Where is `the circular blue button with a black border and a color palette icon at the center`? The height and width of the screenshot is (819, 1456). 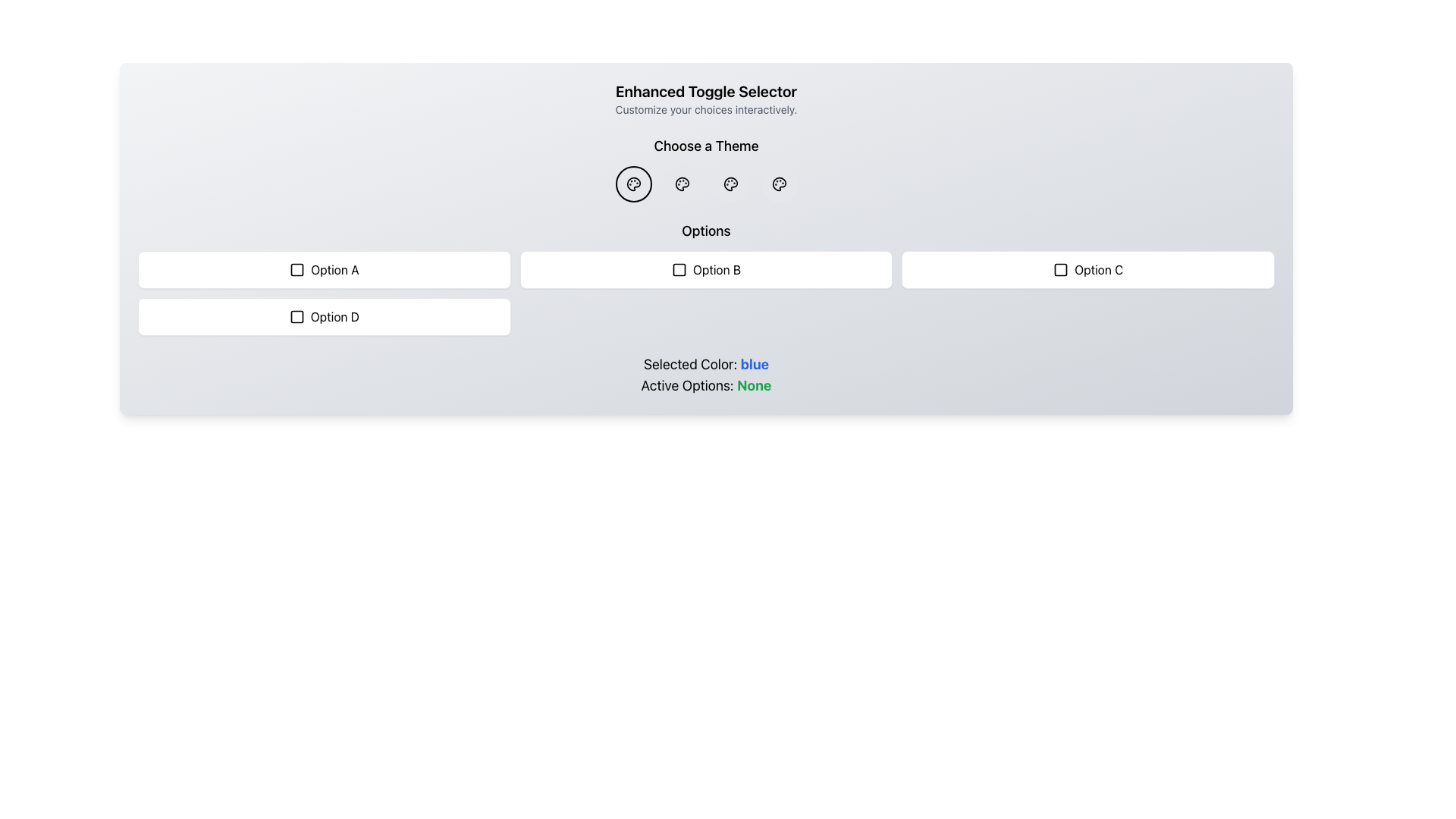
the circular blue button with a black border and a color palette icon at the center is located at coordinates (633, 184).